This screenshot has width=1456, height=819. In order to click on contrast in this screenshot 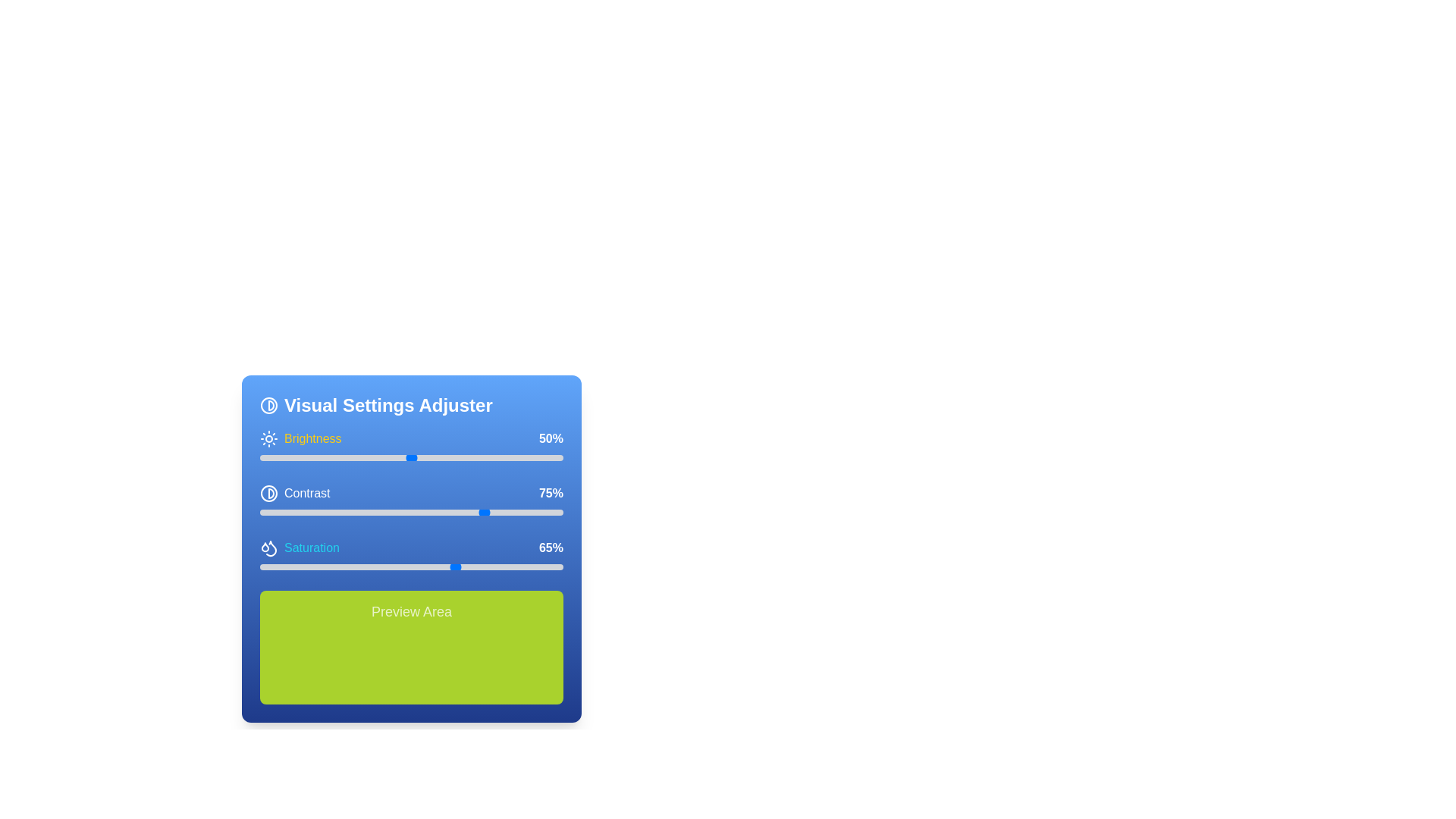, I will do `click(329, 512)`.